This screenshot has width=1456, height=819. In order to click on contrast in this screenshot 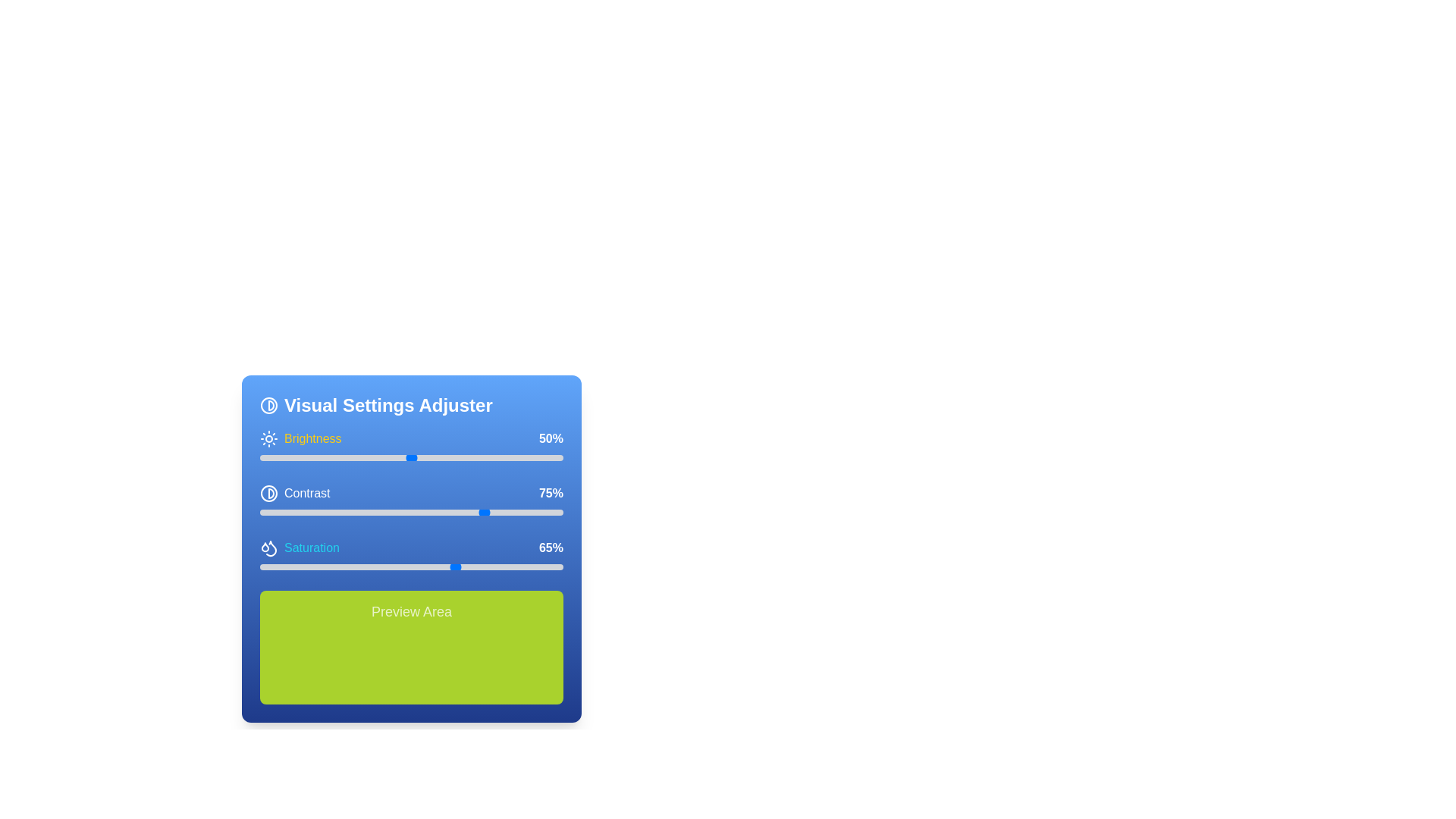, I will do `click(329, 512)`.